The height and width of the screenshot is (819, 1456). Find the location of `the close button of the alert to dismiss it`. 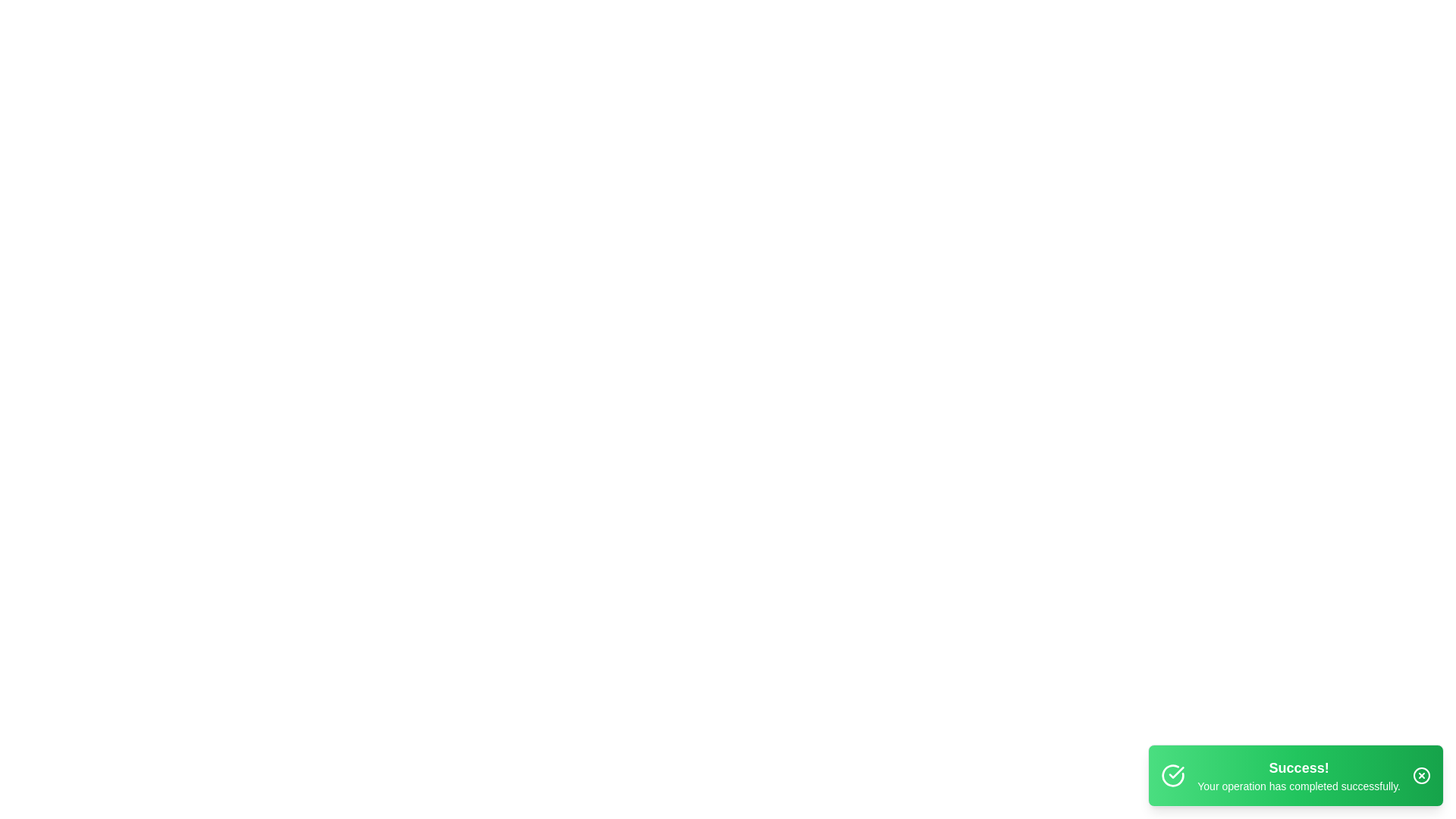

the close button of the alert to dismiss it is located at coordinates (1421, 775).